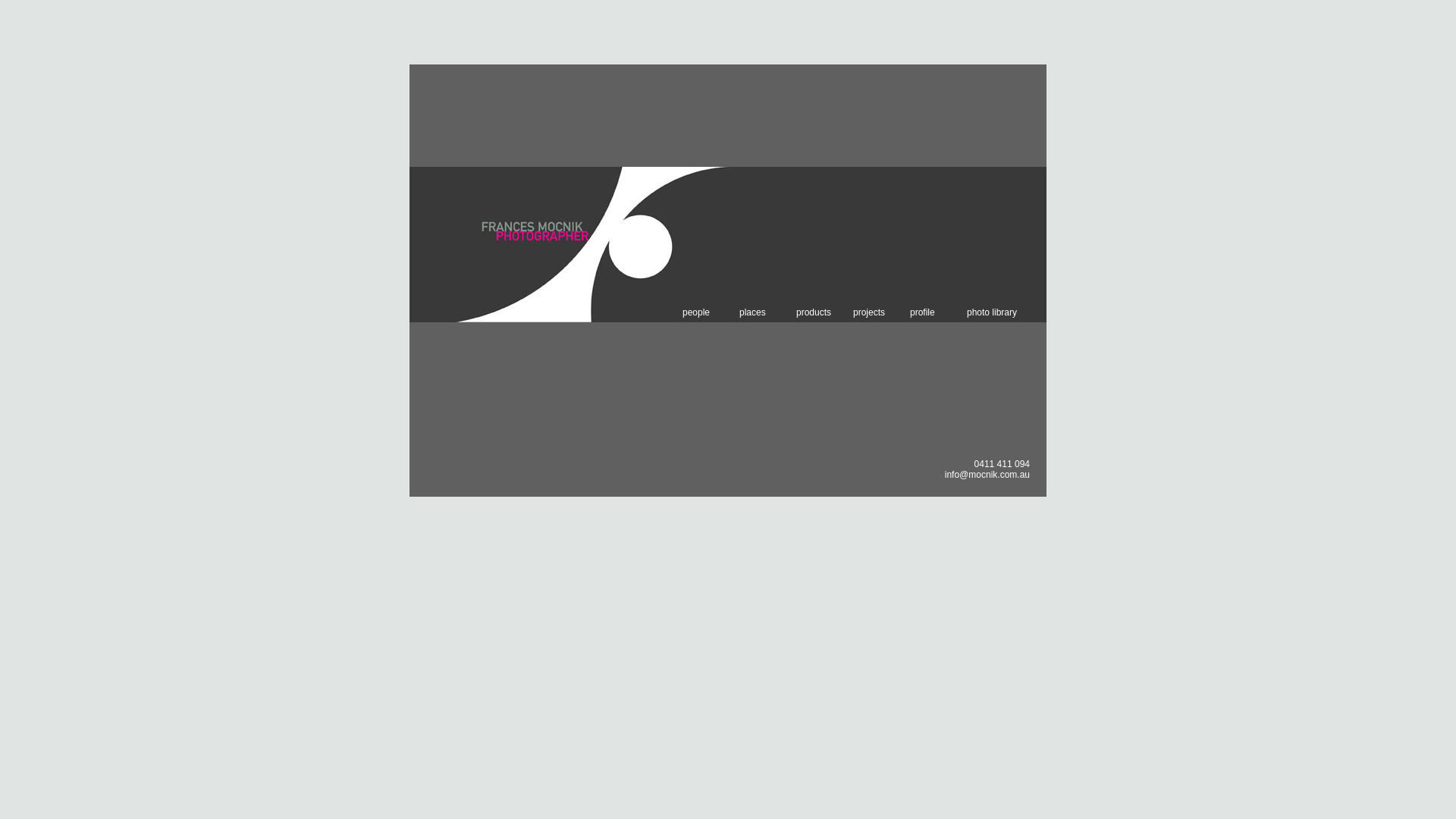 This screenshot has width=1456, height=819. Describe the element at coordinates (995, 312) in the screenshot. I see `'photo library'` at that location.